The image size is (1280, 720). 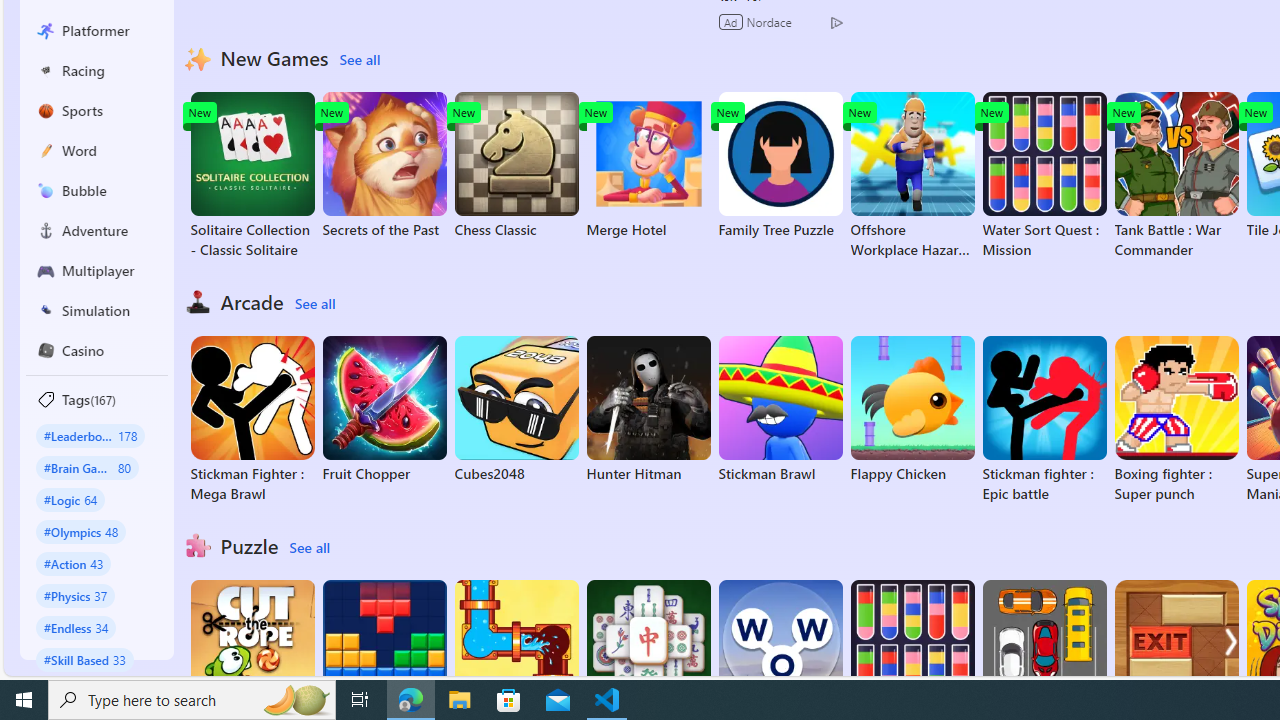 I want to click on 'Class: ad-choice  ad-choice-mono ', so click(x=836, y=21).